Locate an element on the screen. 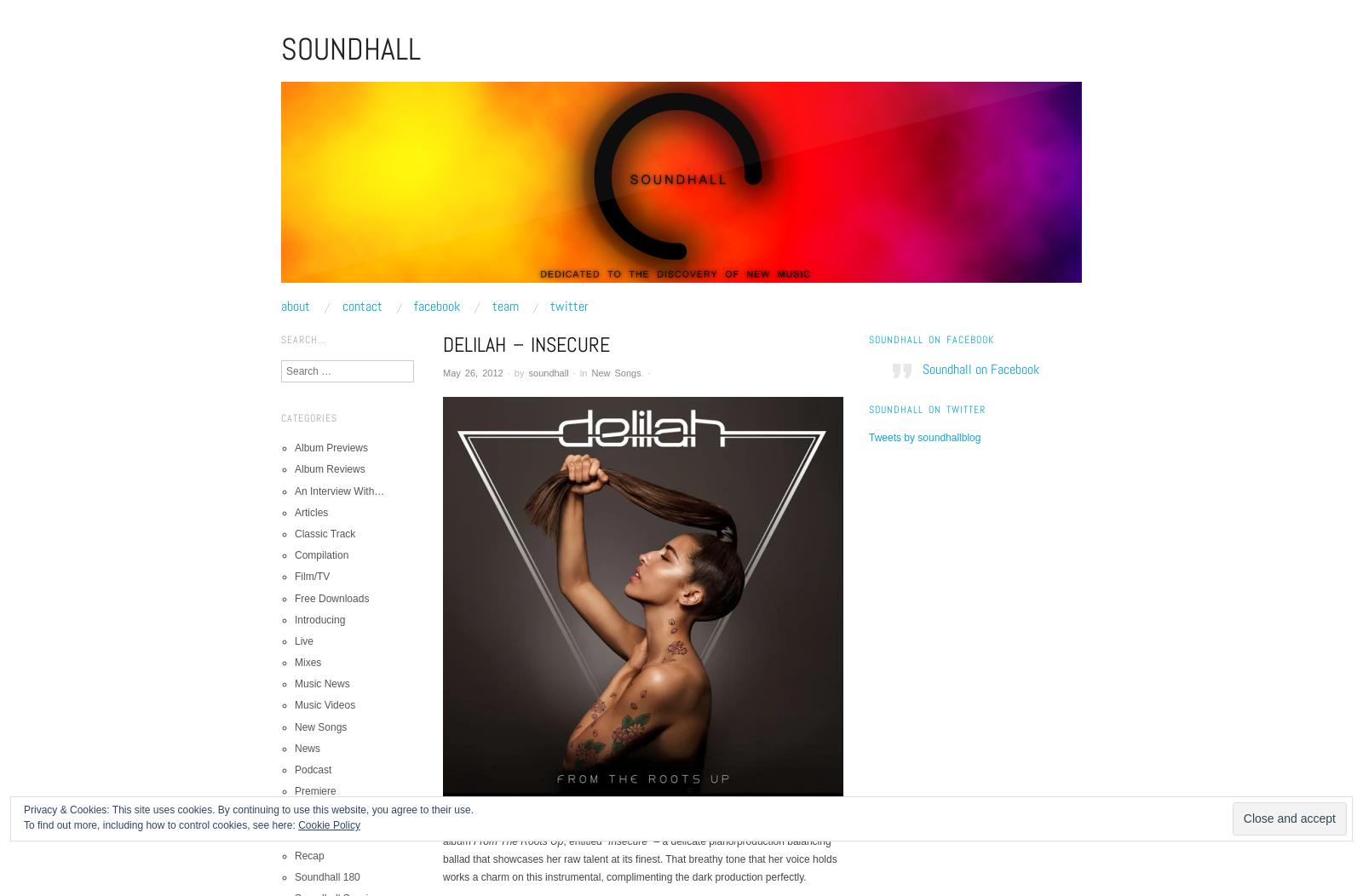  '” – a delicate piano/production balancing ballad that showcases her raw talent at its finest. That breathy tone that her voice holds works a charm on this instrumental, complimenting the dark production perfectly.' is located at coordinates (640, 859).